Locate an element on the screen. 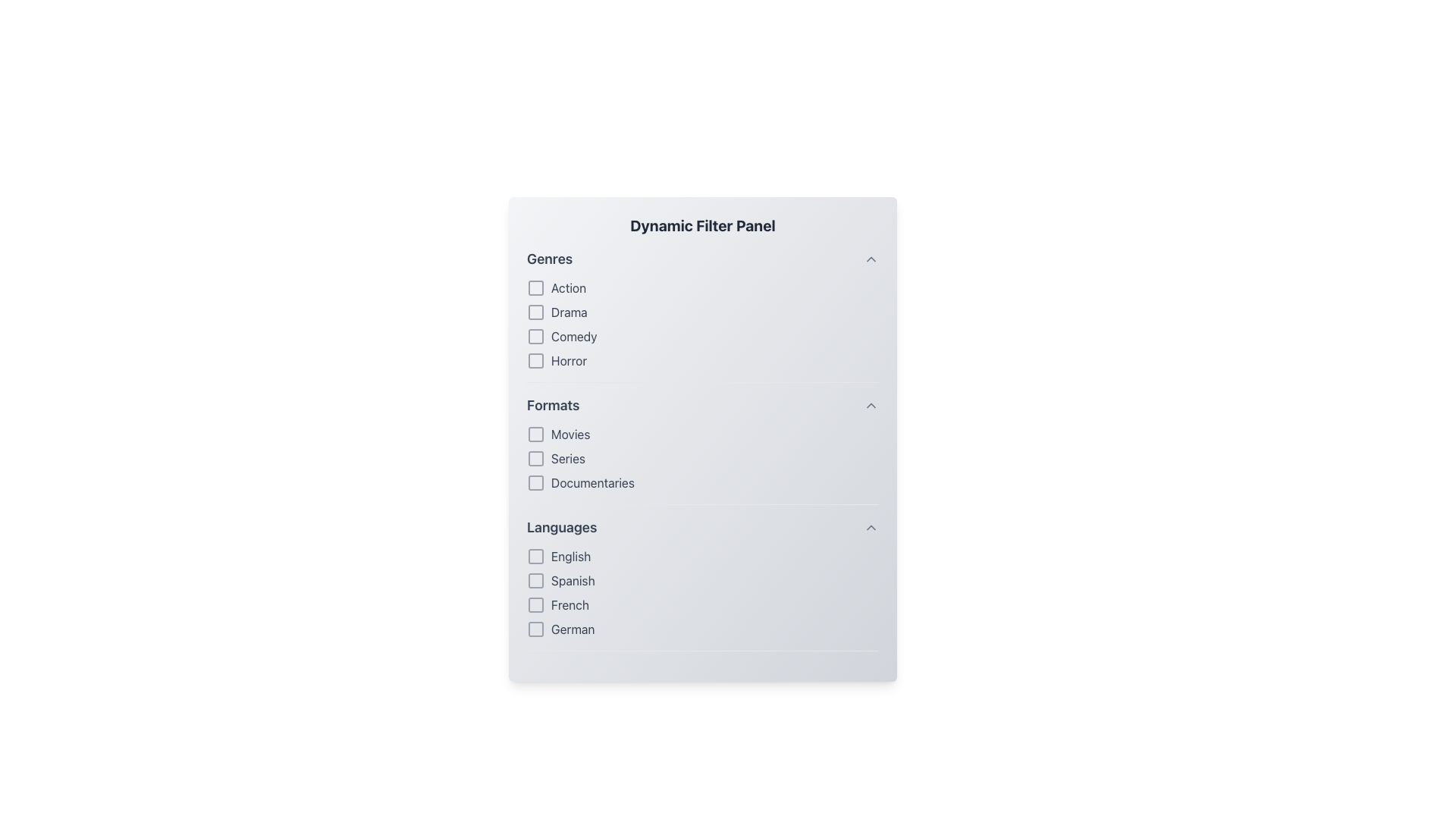  the second checkbox in the 'Formats' section of the Dynamic Filter Panel, which is associated with the 'Series' label is located at coordinates (535, 458).